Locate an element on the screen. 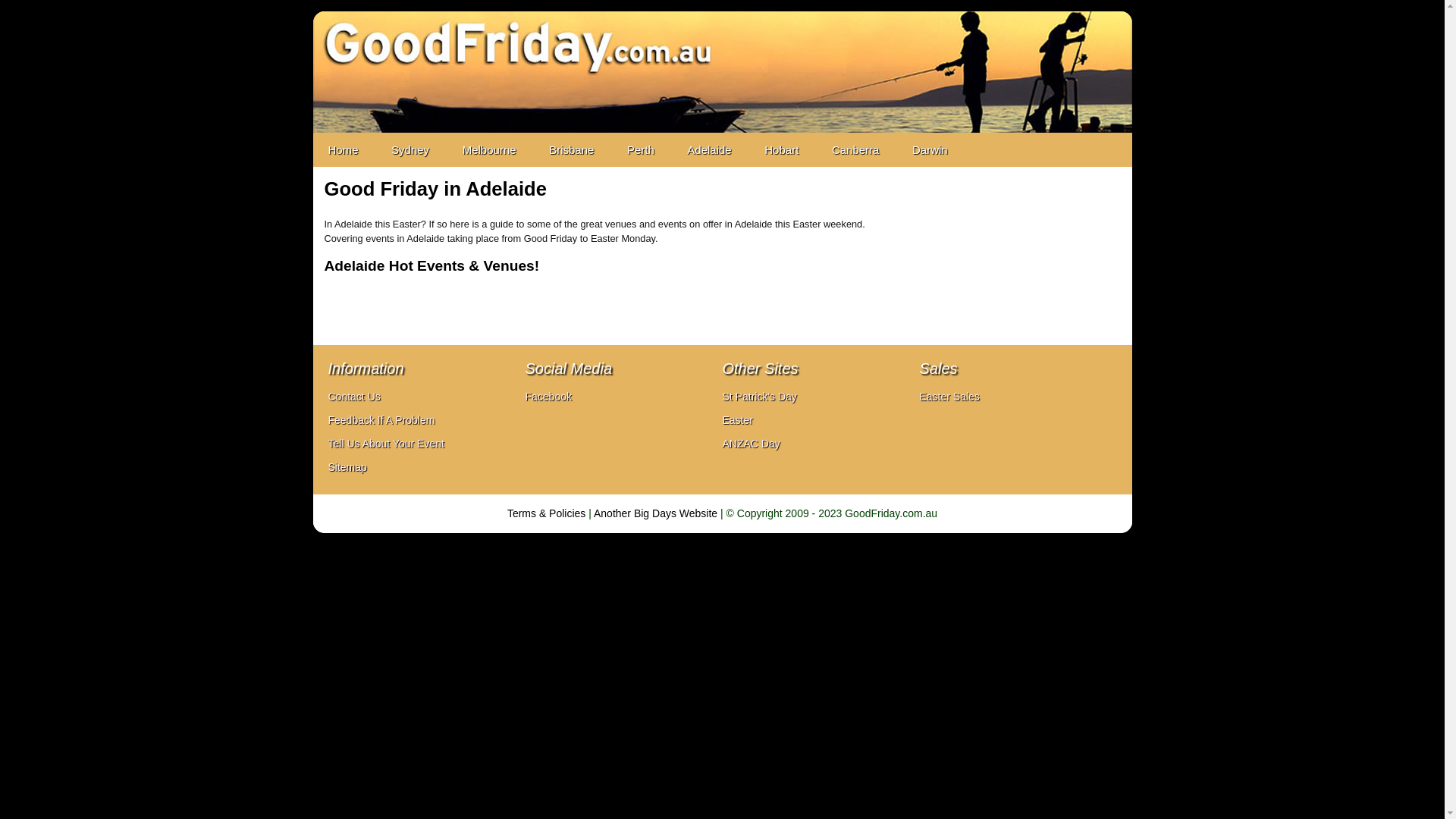 This screenshot has height=819, width=1456. 'Tell Us About Your Event' is located at coordinates (327, 444).